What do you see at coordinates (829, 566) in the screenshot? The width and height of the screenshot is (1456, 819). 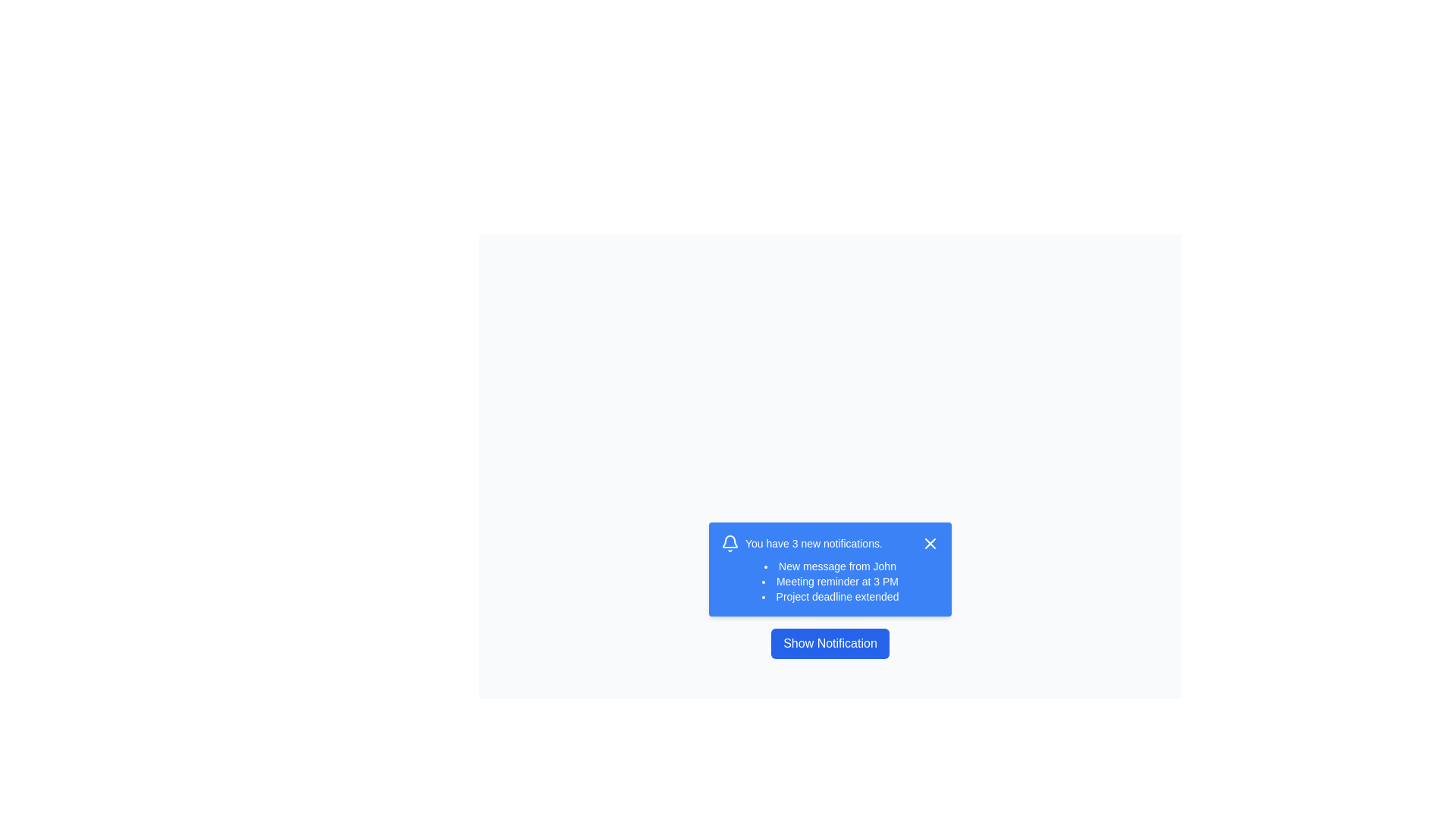 I see `the first notification message from 'John' in the blue rectangular notification box located near the bottom of the notification area` at bounding box center [829, 566].